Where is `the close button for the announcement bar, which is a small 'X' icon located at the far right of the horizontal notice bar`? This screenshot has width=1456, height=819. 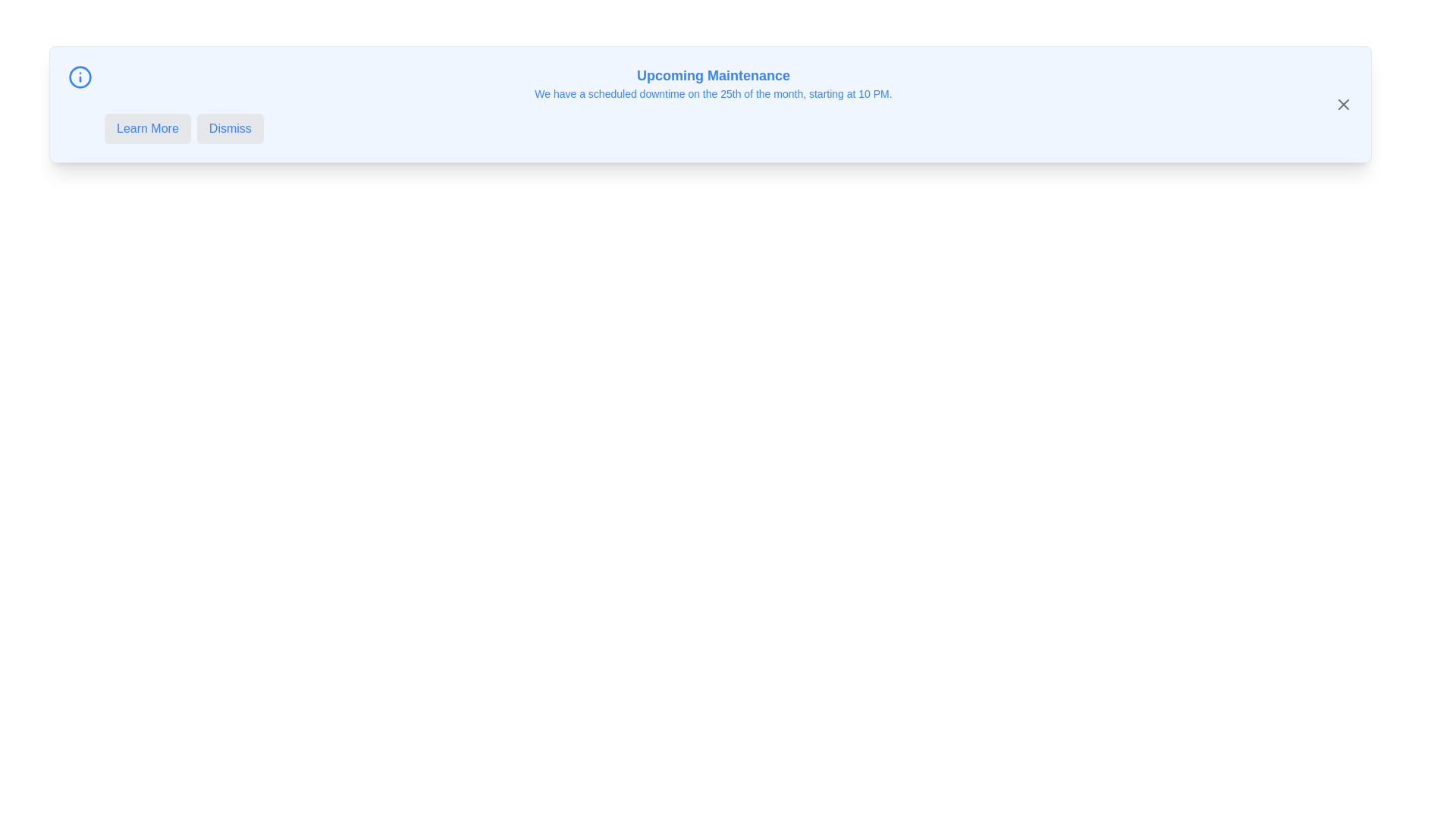
the close button for the announcement bar, which is a small 'X' icon located at the far right of the horizontal notice bar is located at coordinates (1343, 104).